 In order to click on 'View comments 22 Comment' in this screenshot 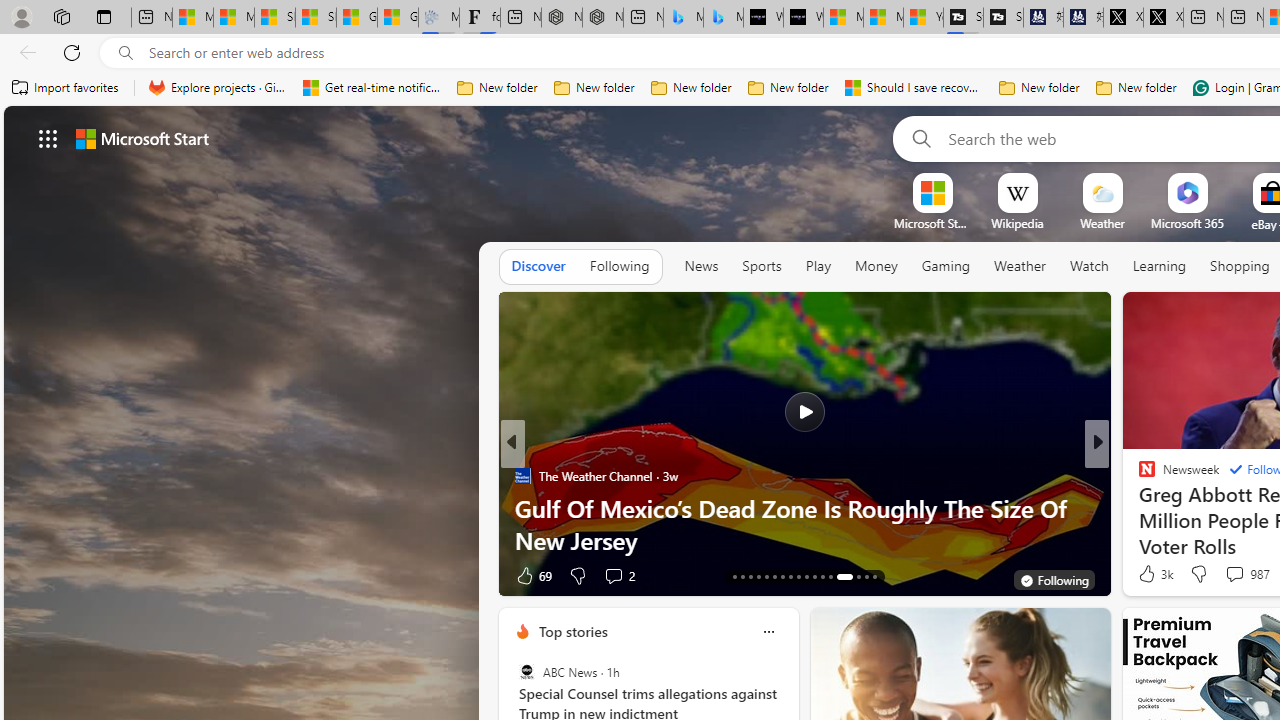, I will do `click(11, 575)`.